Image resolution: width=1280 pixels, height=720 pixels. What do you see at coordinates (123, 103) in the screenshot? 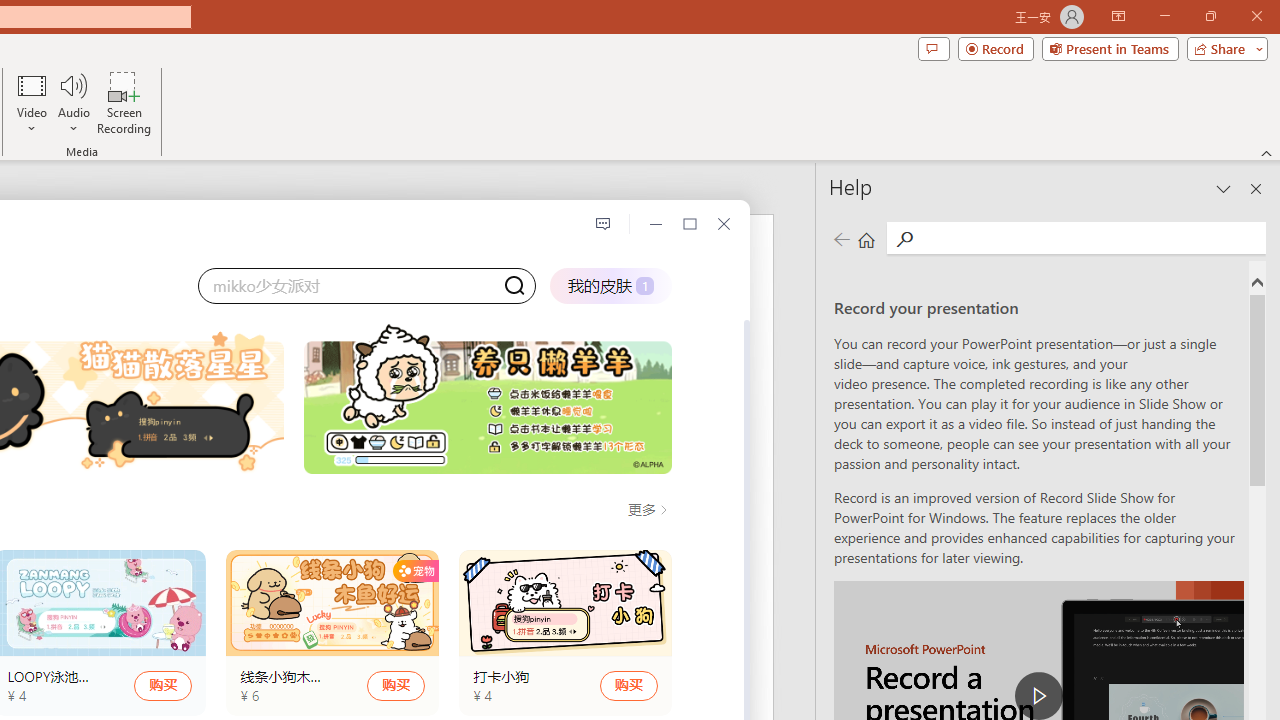
I see `'Screen Recording...'` at bounding box center [123, 103].